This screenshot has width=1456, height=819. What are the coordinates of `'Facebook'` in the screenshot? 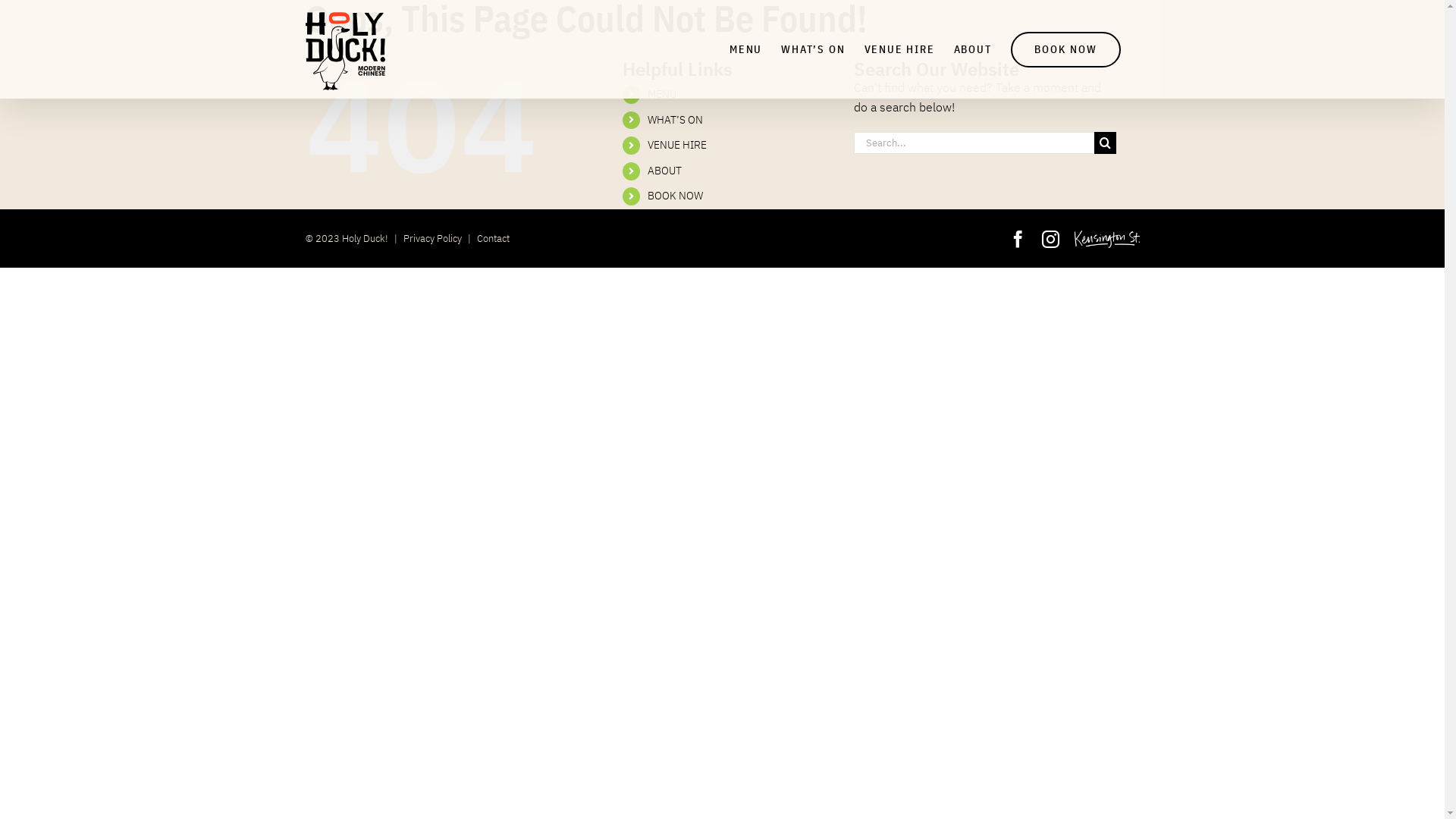 It's located at (1018, 239).